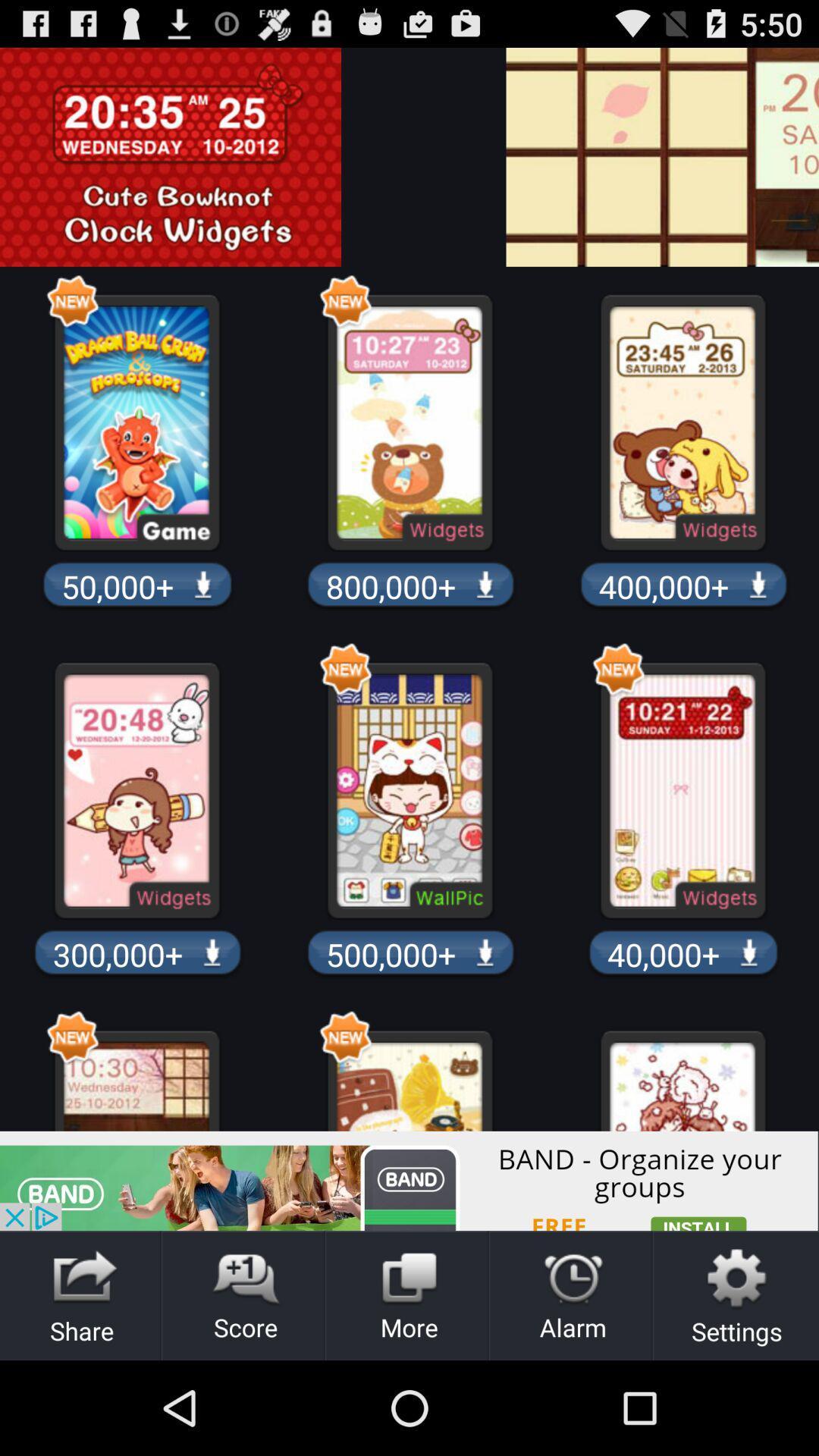  What do you see at coordinates (397, 157) in the screenshot?
I see `clock widgets advertisement` at bounding box center [397, 157].